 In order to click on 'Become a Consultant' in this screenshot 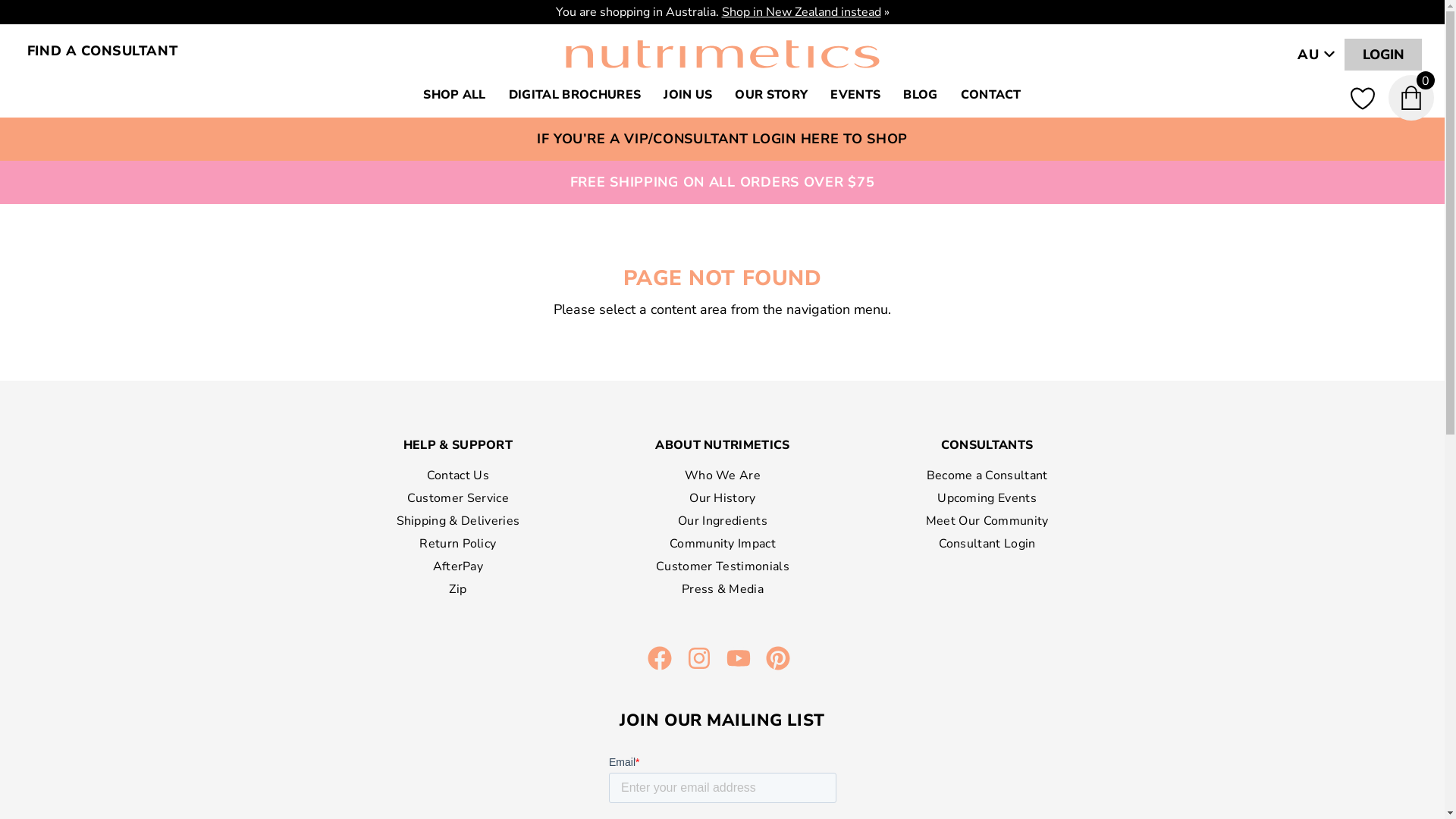, I will do `click(987, 475)`.